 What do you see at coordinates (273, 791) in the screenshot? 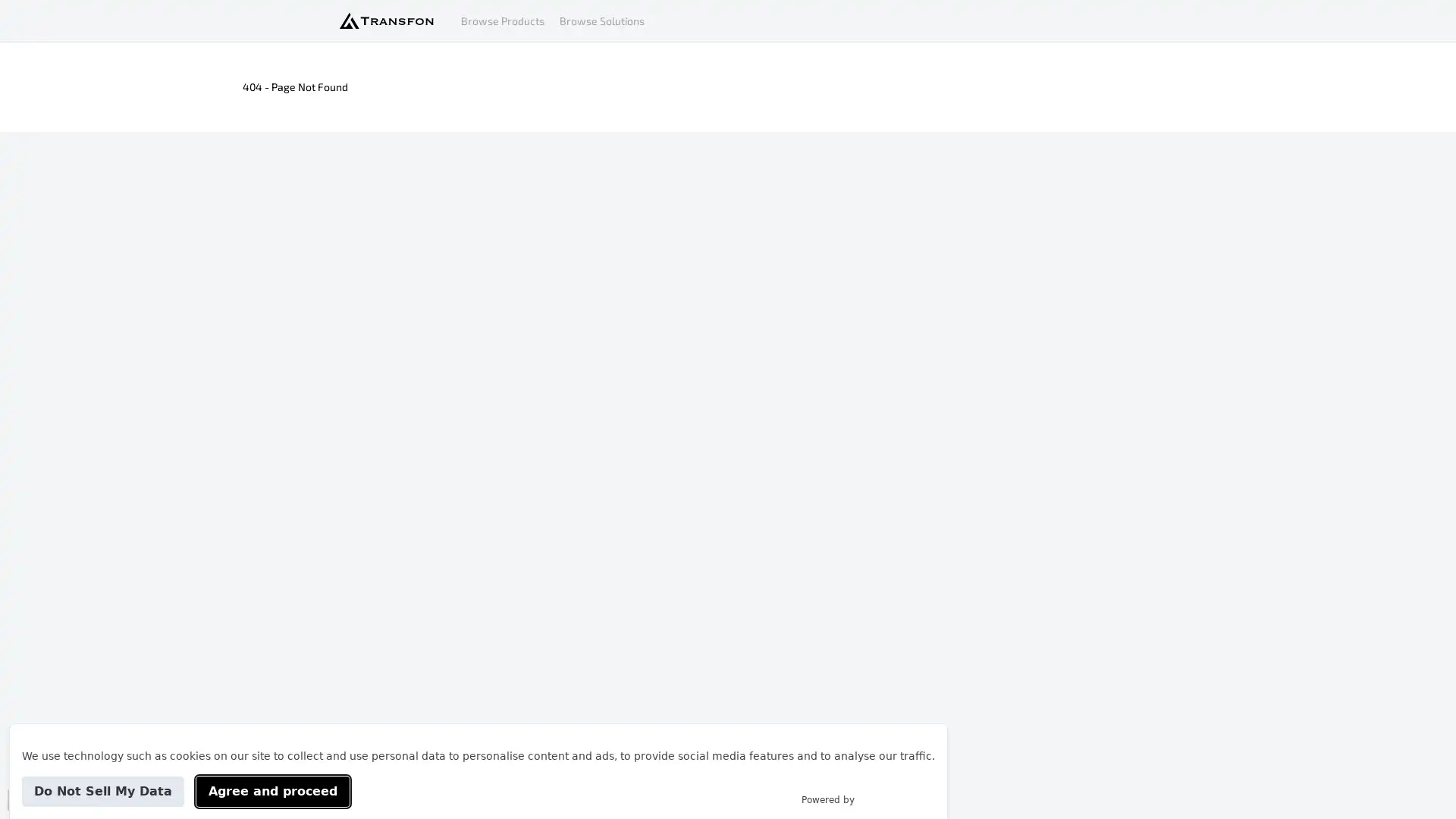
I see `Agree and proceed` at bounding box center [273, 791].